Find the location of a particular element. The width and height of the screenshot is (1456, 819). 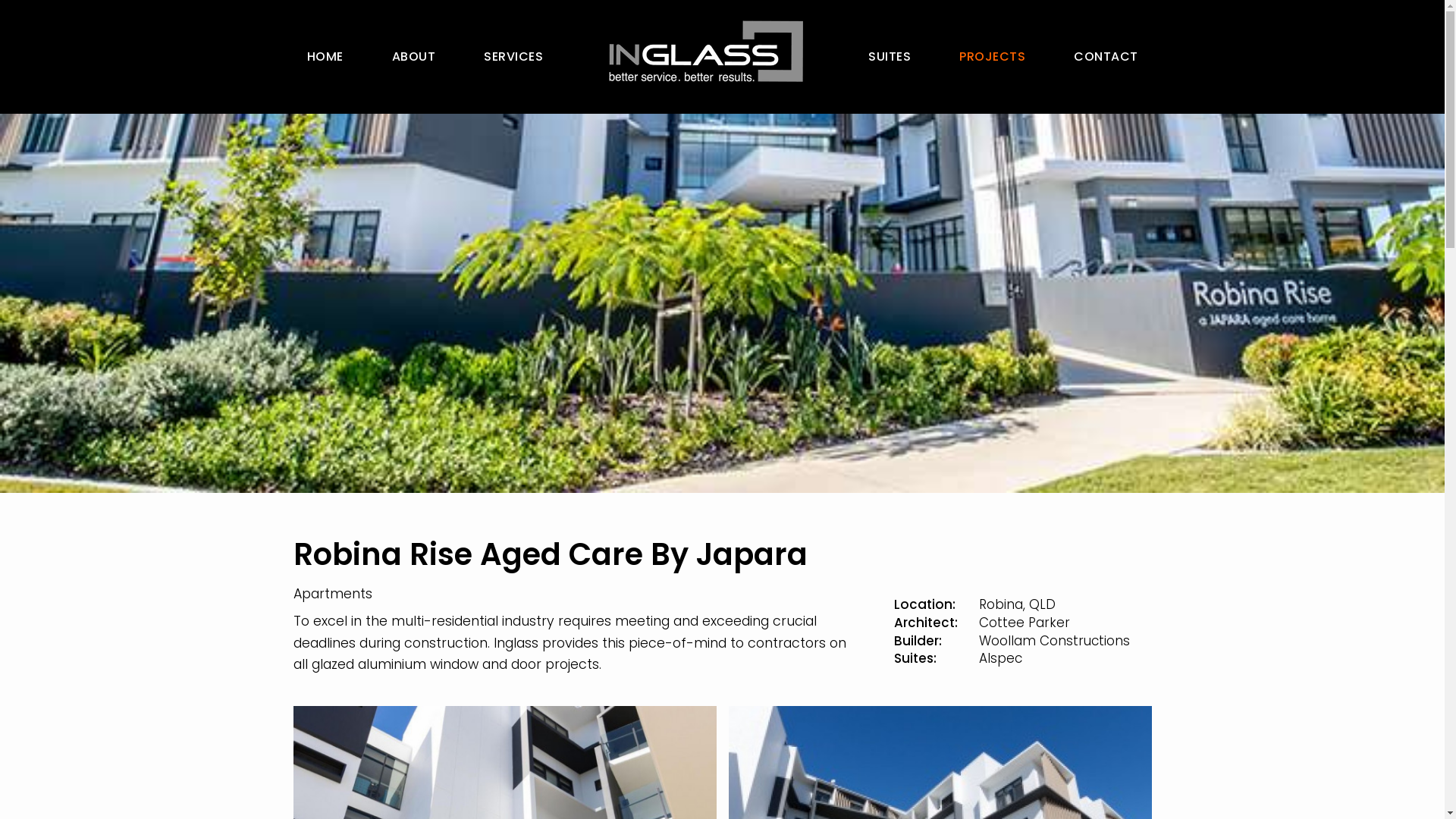

'ABOUT' is located at coordinates (413, 55).